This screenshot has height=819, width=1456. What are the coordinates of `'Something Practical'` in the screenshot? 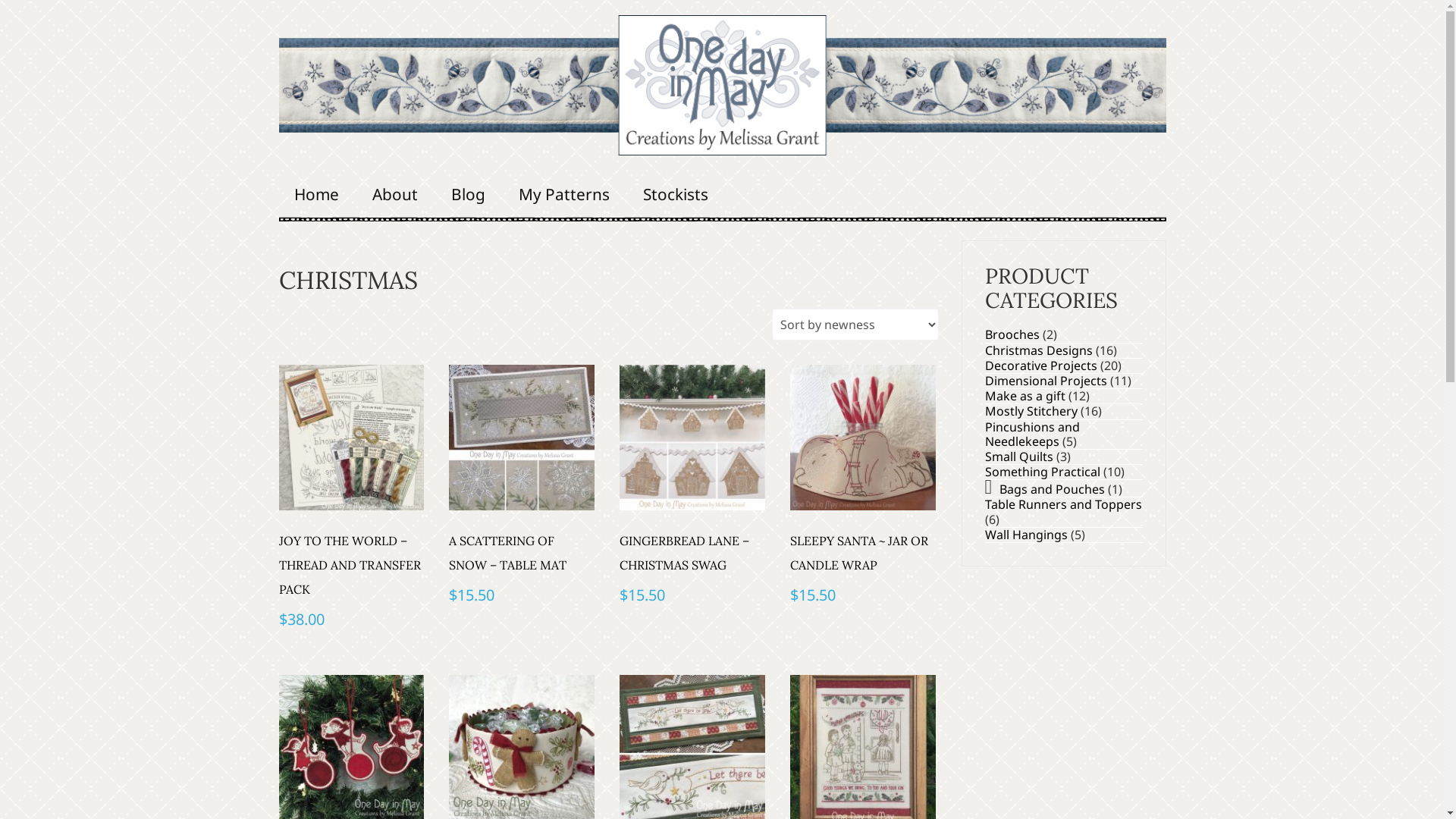 It's located at (1040, 470).